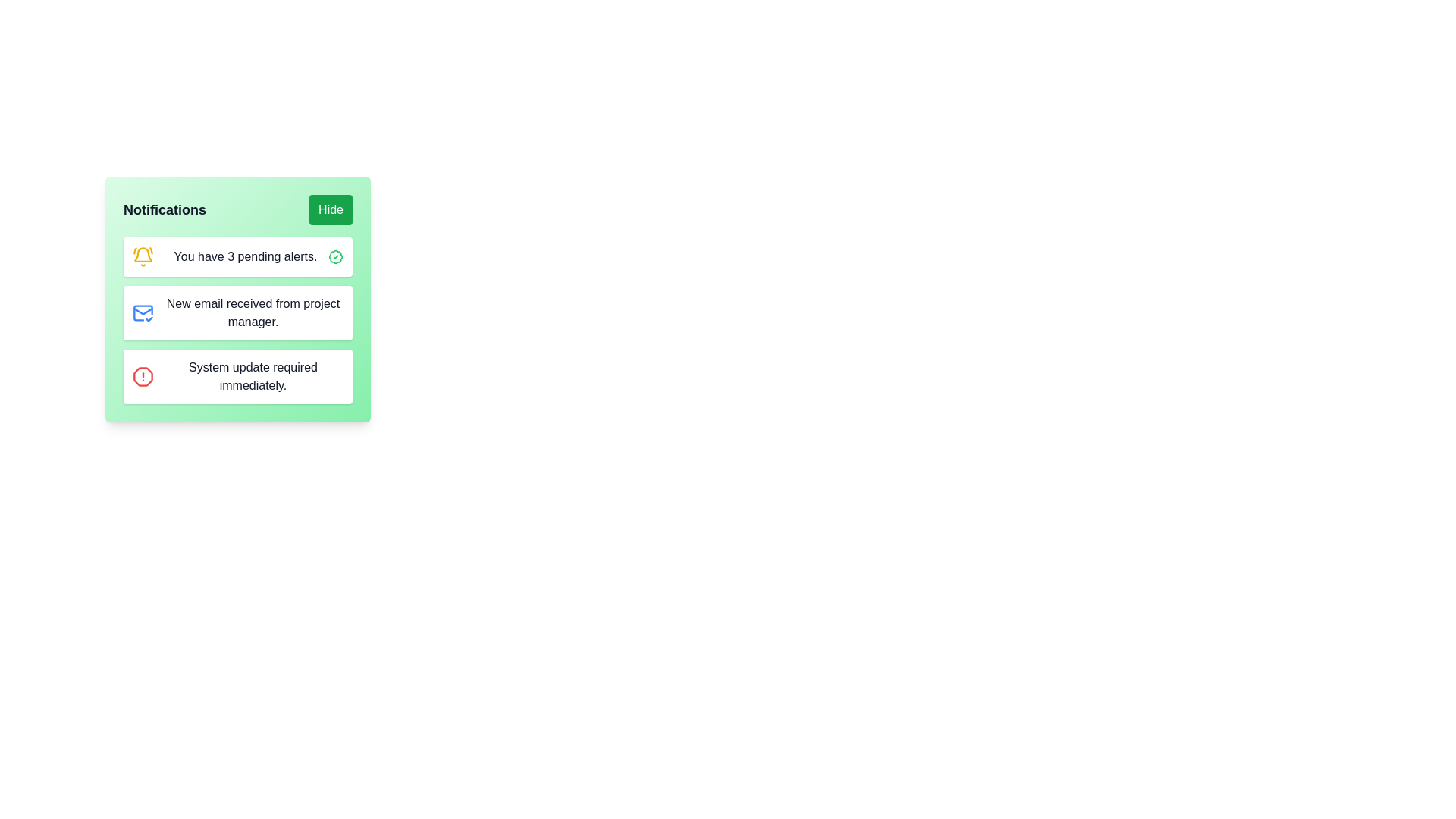  What do you see at coordinates (143, 312) in the screenshot?
I see `the email notification icon located in the second row of notifications, to the left of the text 'New email received from project manager'` at bounding box center [143, 312].